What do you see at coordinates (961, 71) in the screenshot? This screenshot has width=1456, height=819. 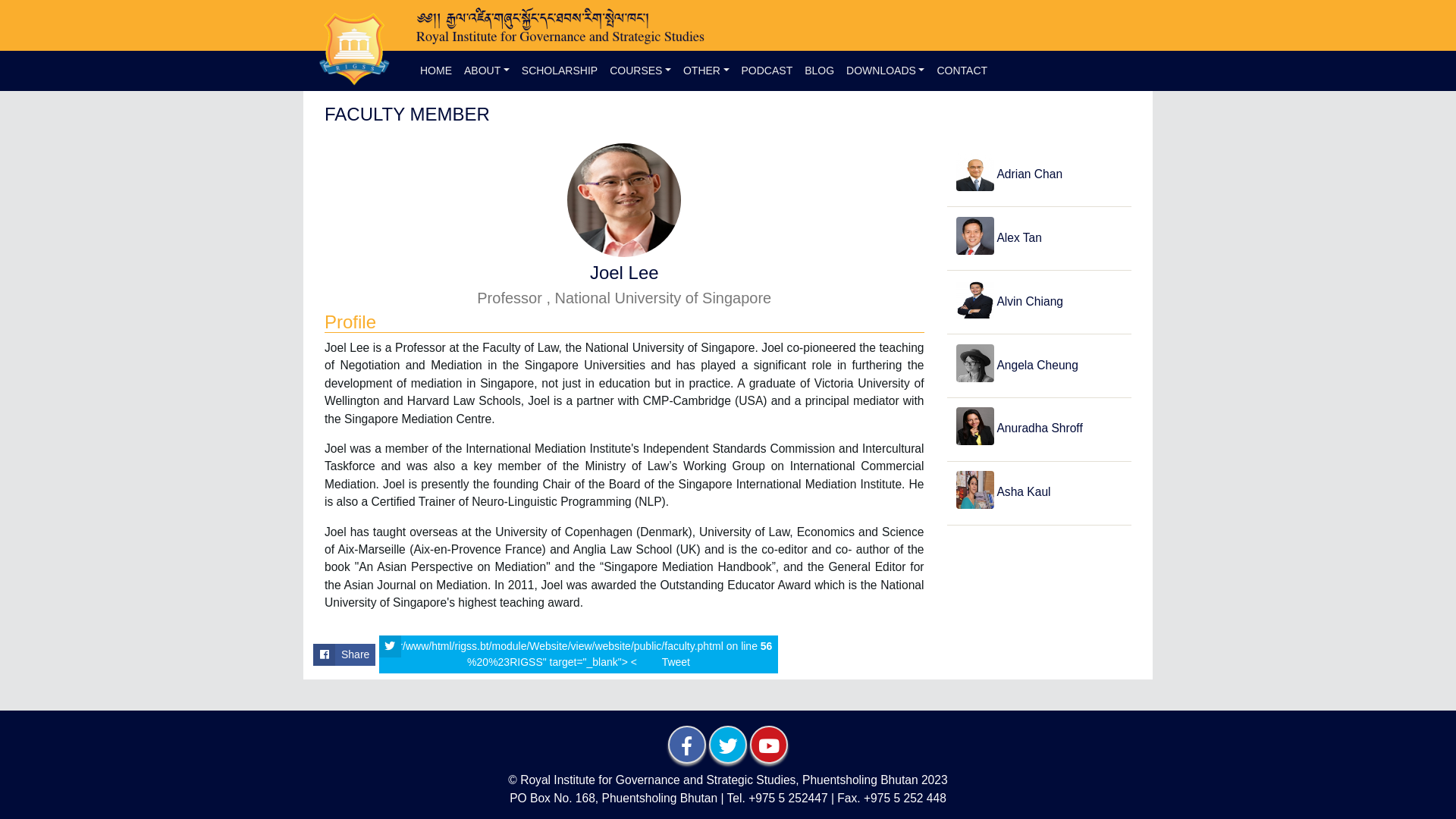 I see `'CONTACT'` at bounding box center [961, 71].